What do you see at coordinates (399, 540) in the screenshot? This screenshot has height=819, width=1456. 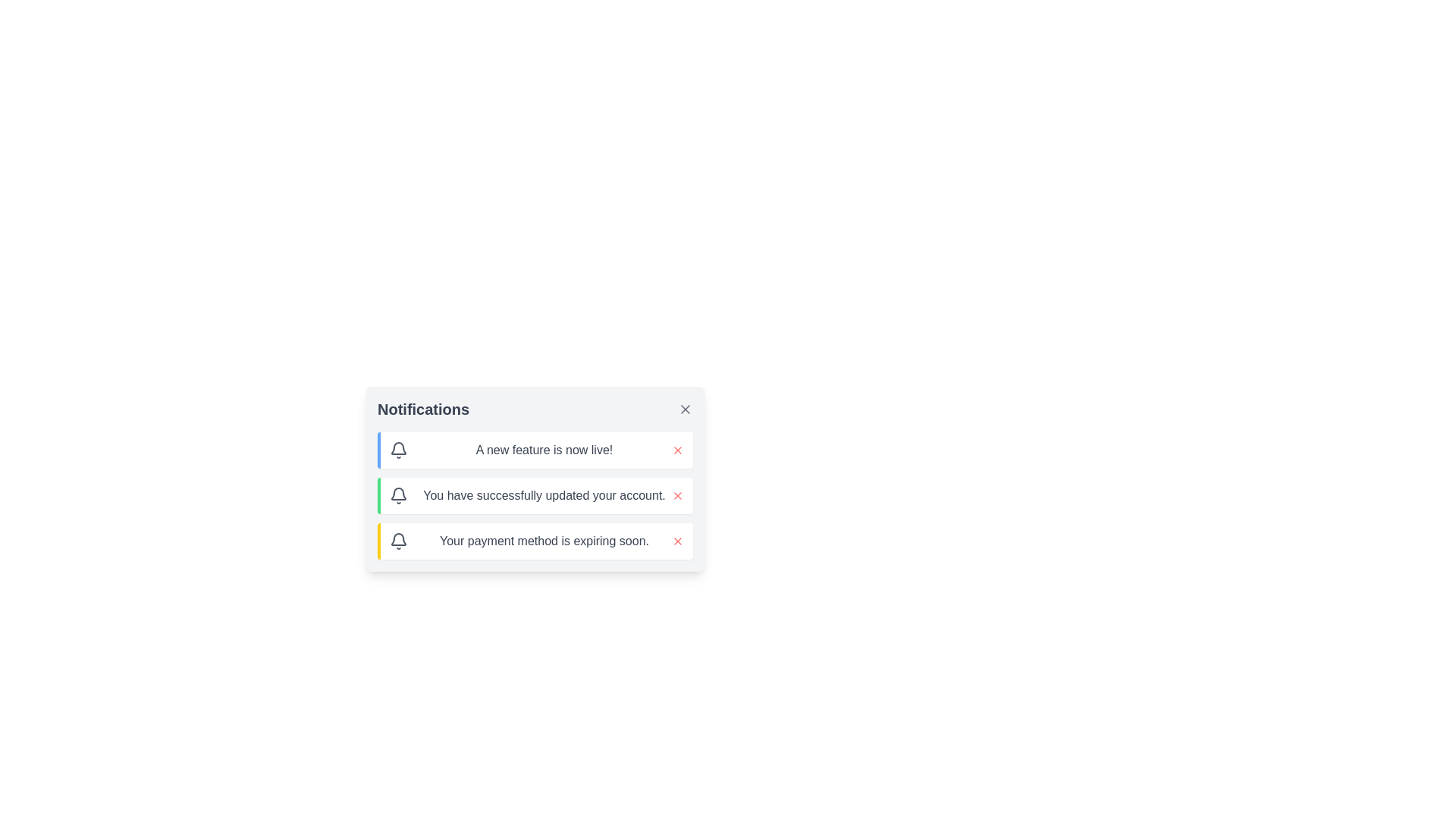 I see `the gray outlined bell icon for notifications located to the left of the text 'Your payment method is expiring soon.'` at bounding box center [399, 540].